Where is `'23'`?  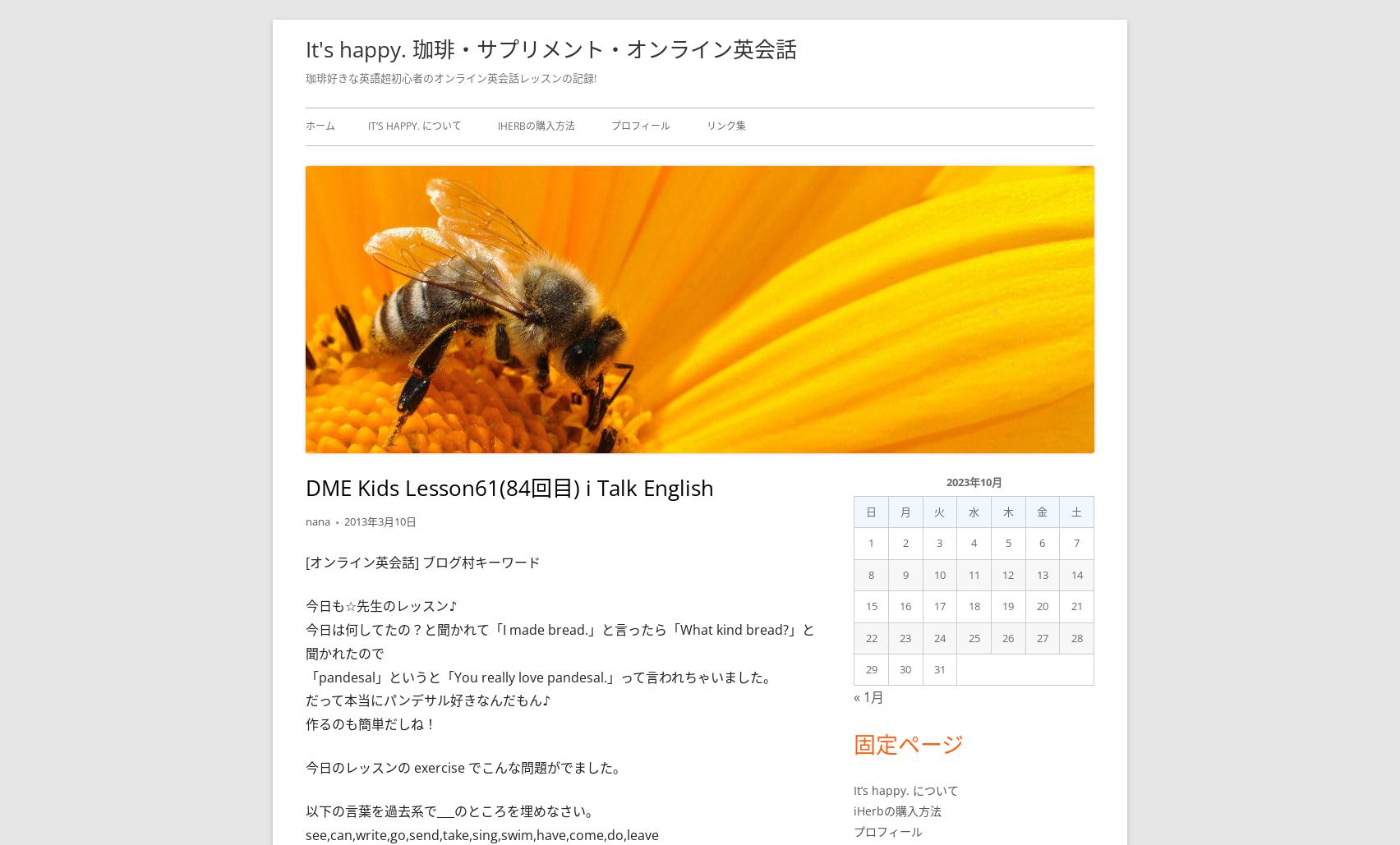
'23' is located at coordinates (904, 636).